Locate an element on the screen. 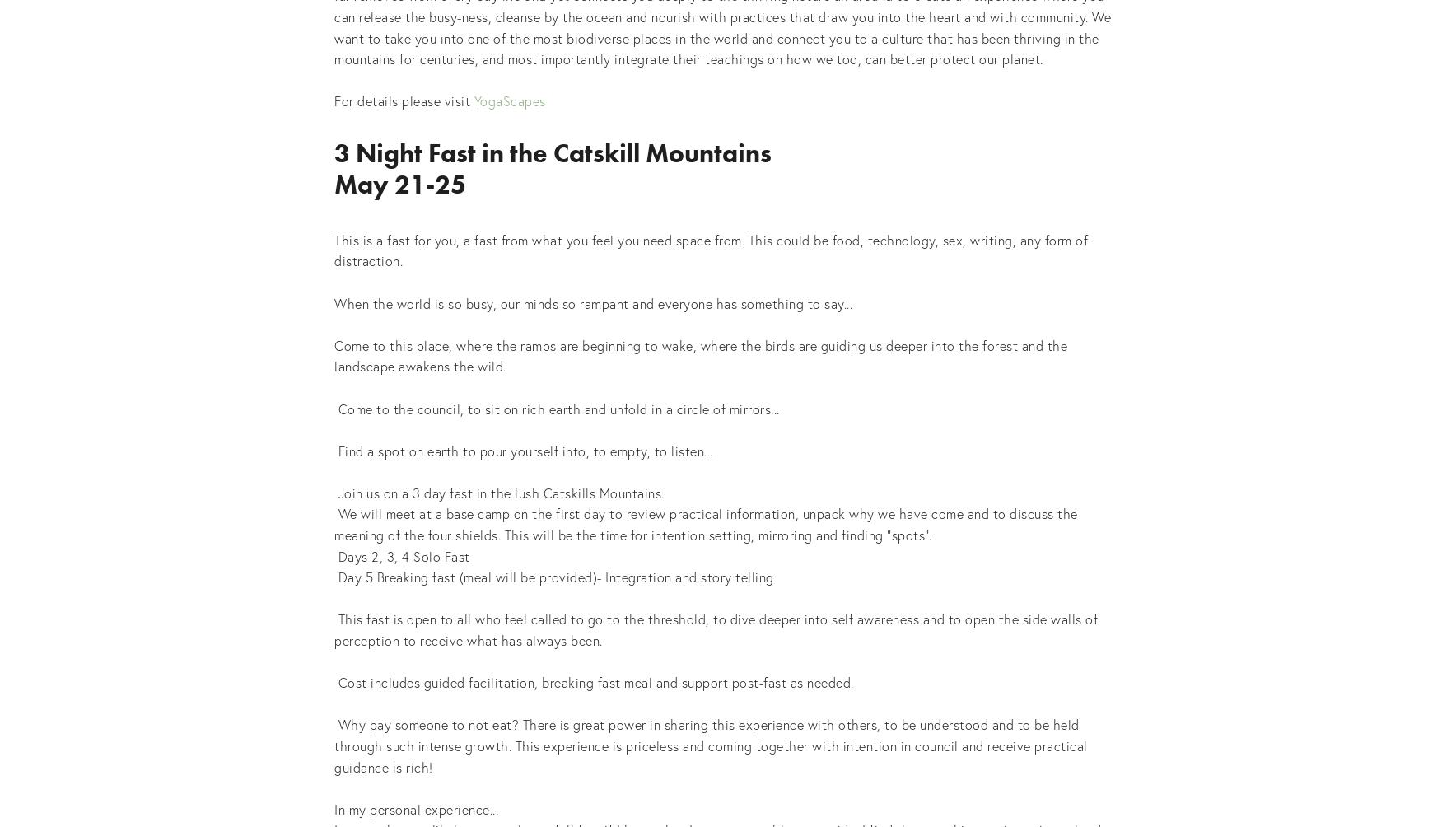  'Find a spot on earth to pour yourself into, to empty, to listen...' is located at coordinates (334, 450).